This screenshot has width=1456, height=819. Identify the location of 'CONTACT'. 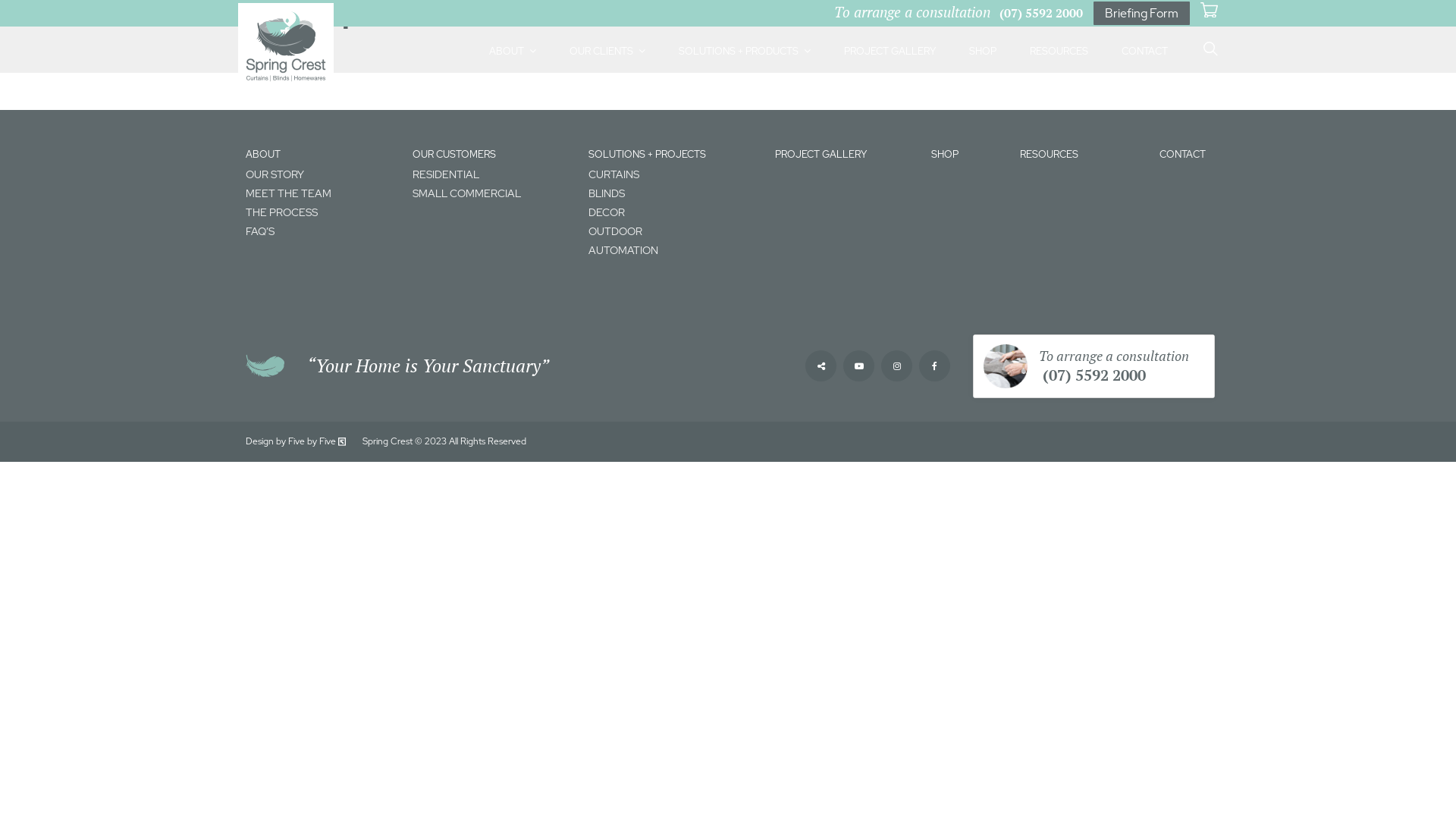
(1181, 154).